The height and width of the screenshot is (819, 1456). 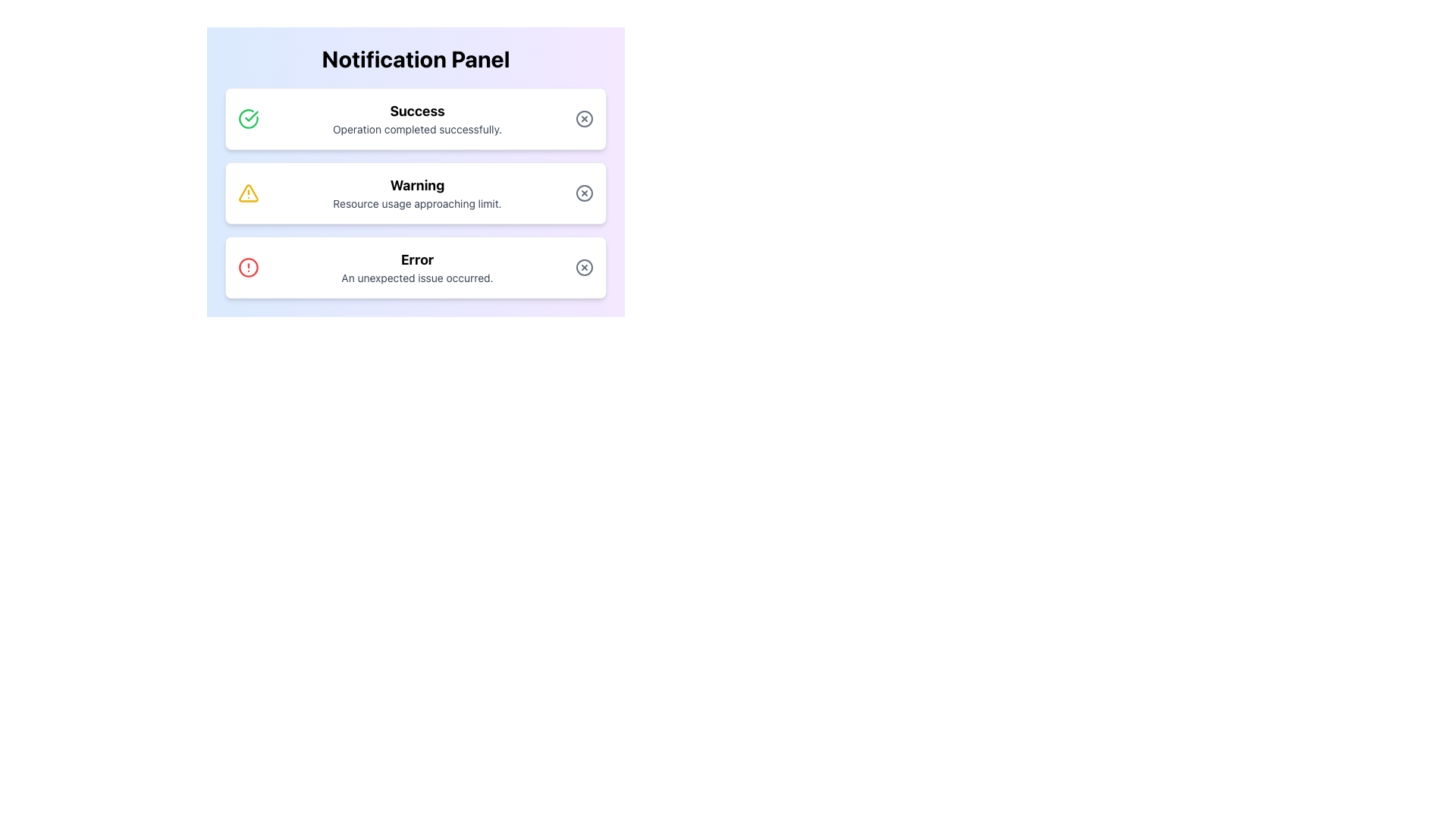 I want to click on the success icon in the notification panel, which indicates a successful operation with the text 'Success' and 'Operation completed successfully.', so click(x=248, y=118).